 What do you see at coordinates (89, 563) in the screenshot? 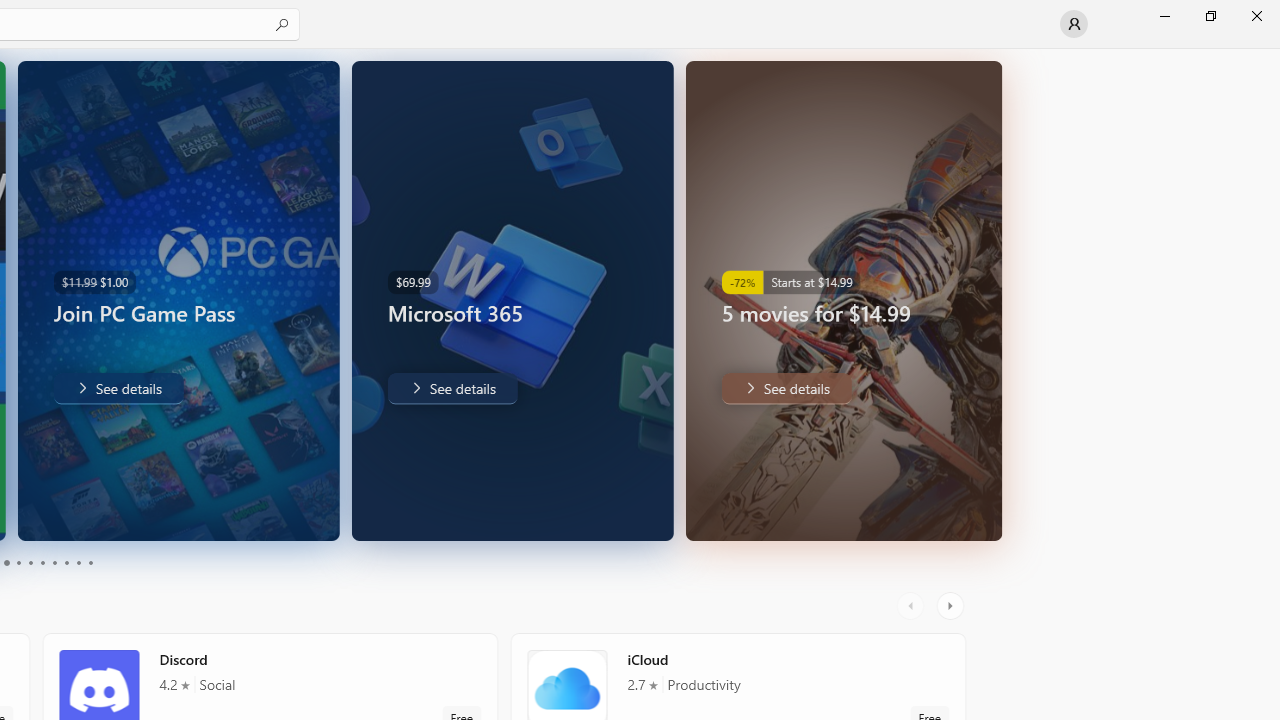
I see `'Page 10'` at bounding box center [89, 563].